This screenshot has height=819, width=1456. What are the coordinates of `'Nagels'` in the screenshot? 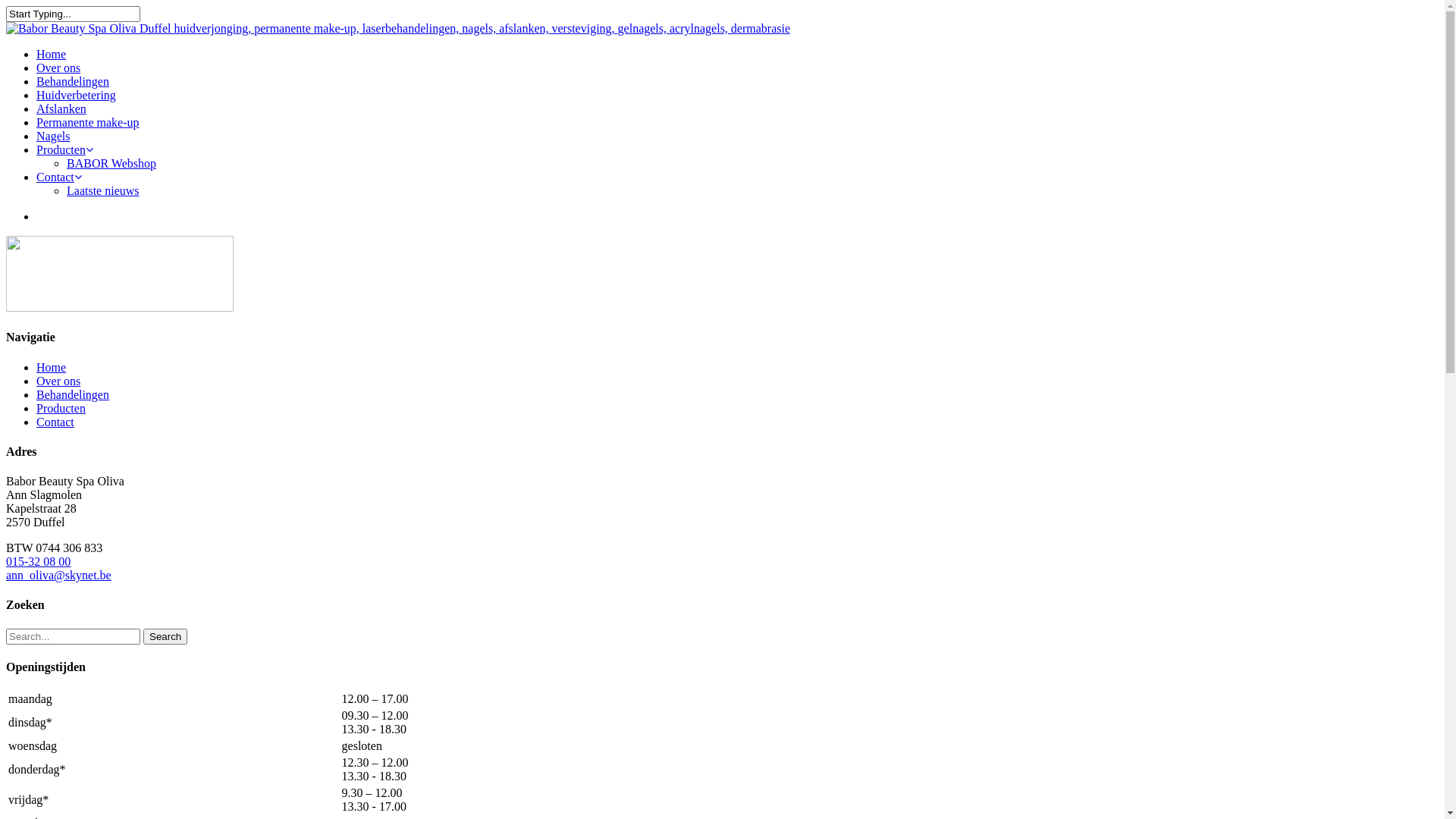 It's located at (53, 135).